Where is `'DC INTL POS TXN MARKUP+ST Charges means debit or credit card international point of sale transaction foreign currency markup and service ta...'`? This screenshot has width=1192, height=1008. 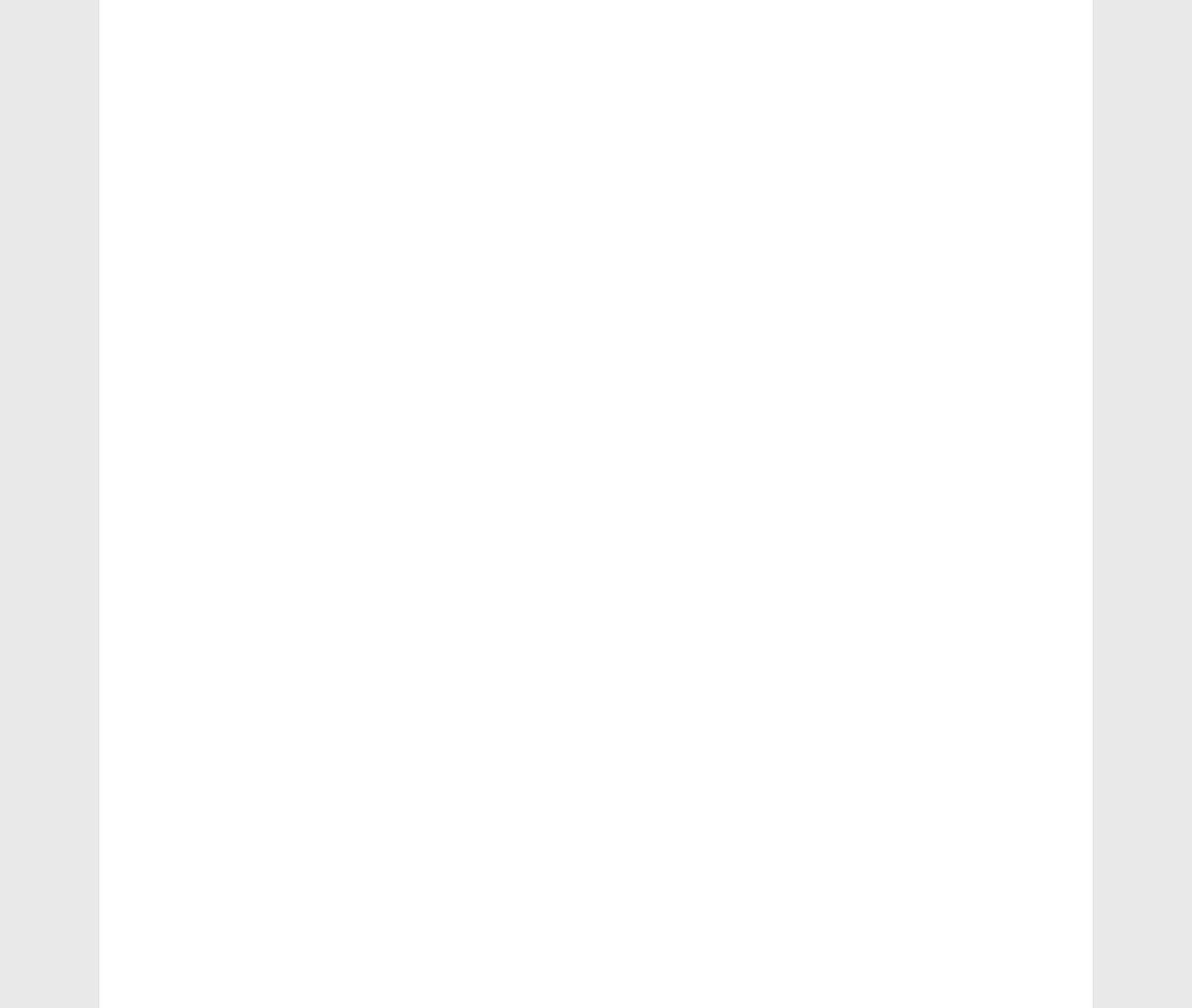
'DC INTL POS TXN MARKUP+ST Charges means debit or credit card international point of sale transaction foreign currency markup and service ta...' is located at coordinates (957, 556).